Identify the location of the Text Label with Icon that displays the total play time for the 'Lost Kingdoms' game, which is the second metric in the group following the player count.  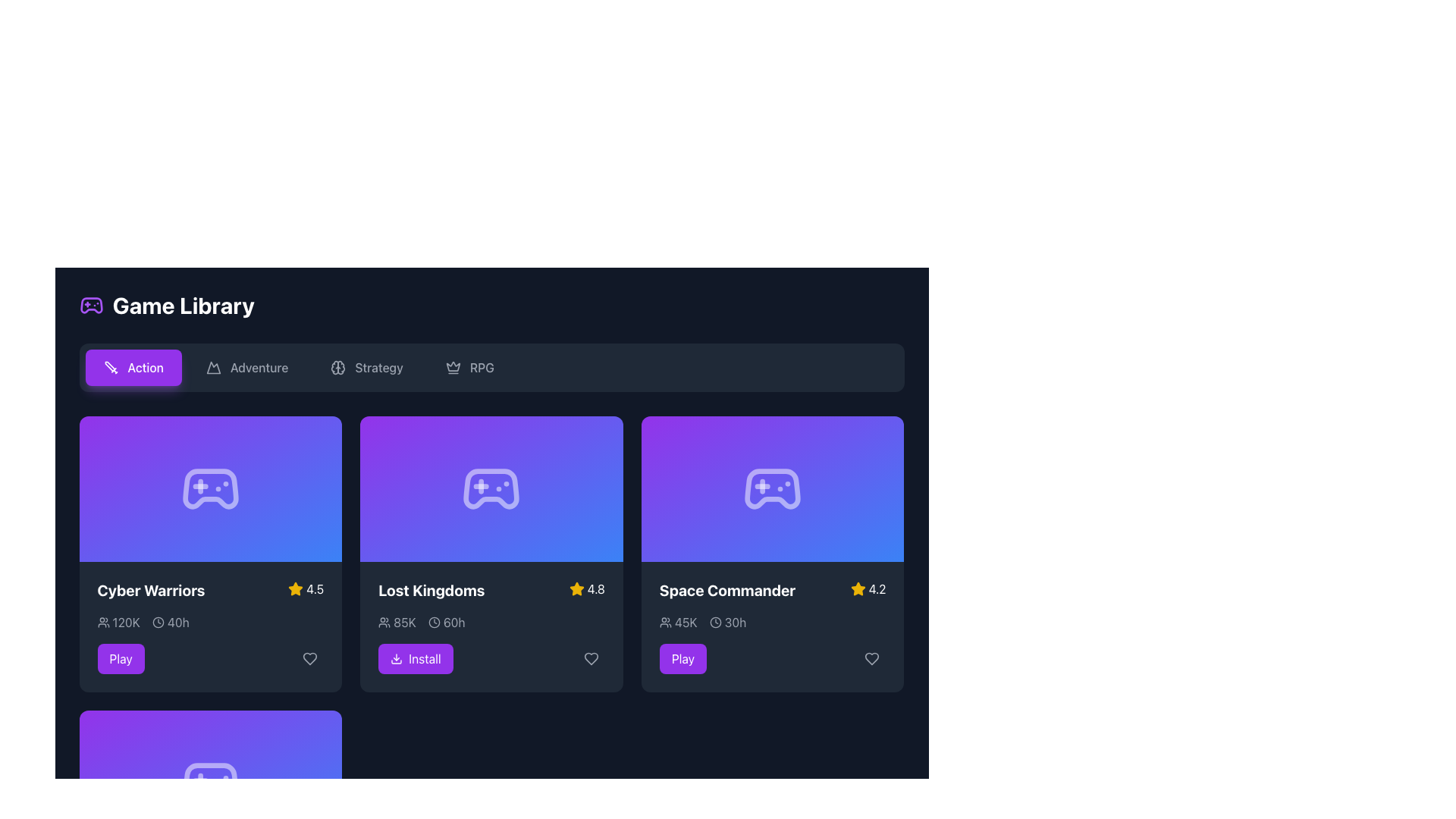
(446, 623).